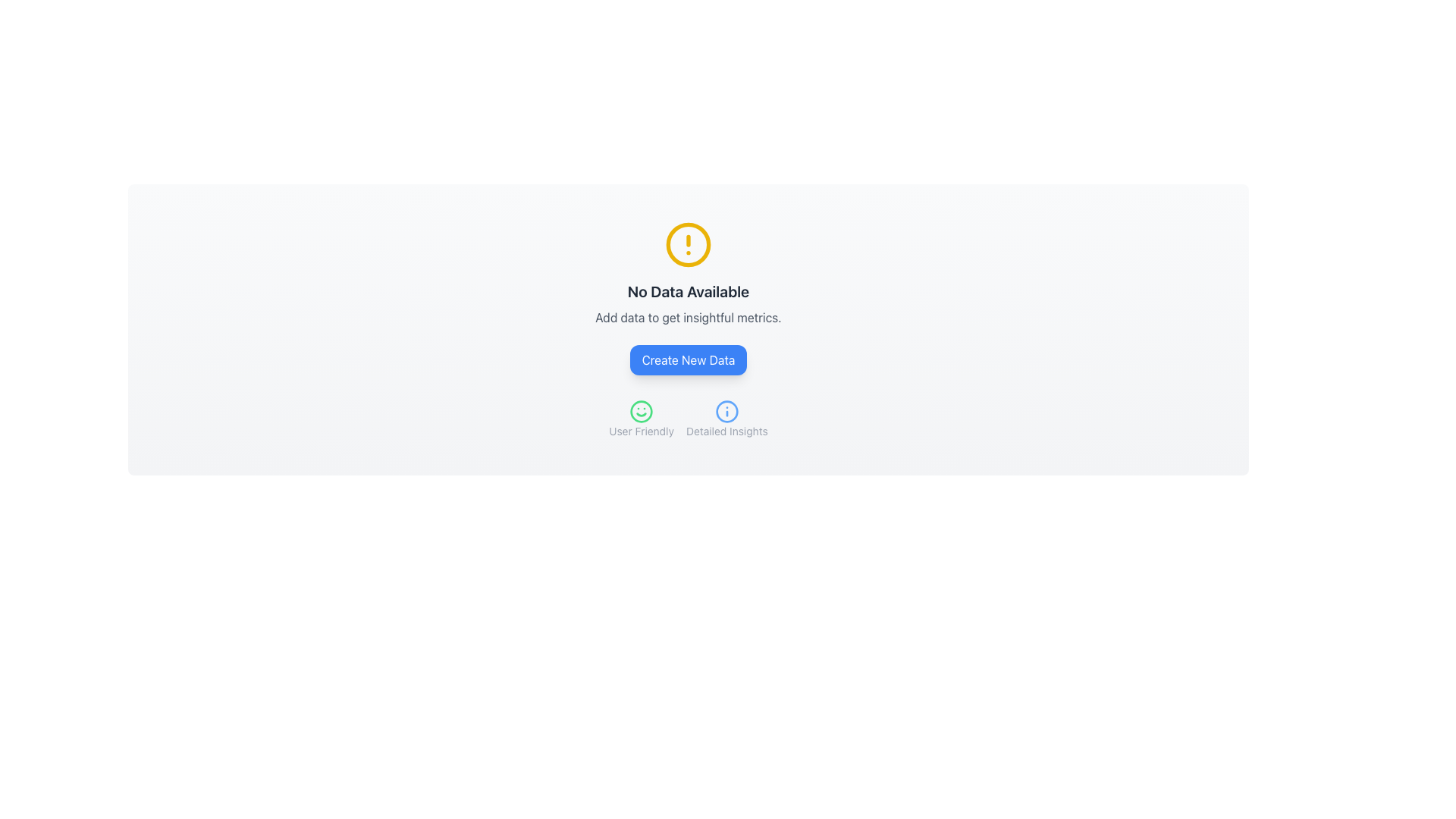  I want to click on the central circular region of the smiley face icon, so click(642, 412).